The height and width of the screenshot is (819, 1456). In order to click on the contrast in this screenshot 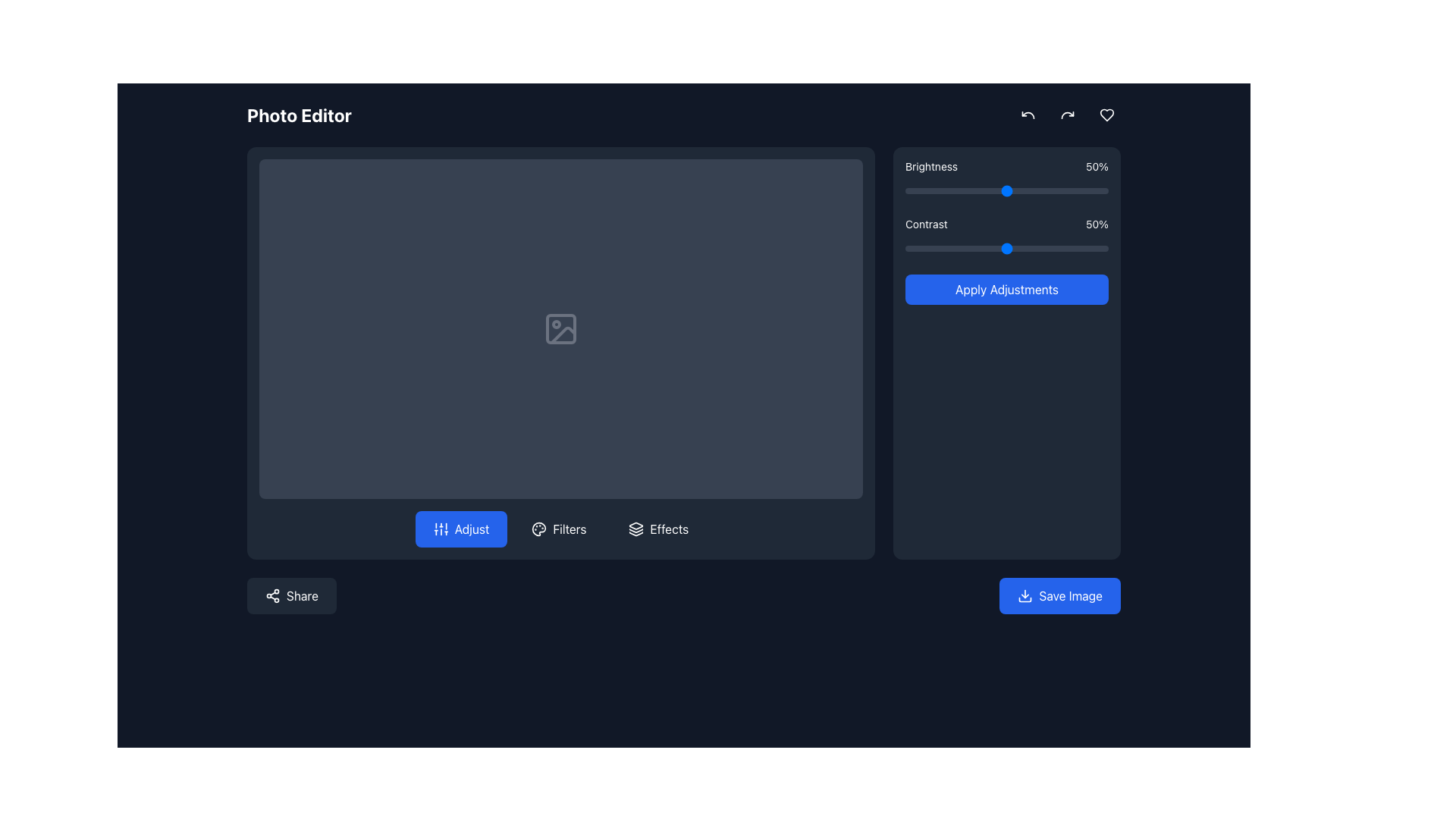, I will do `click(981, 247)`.